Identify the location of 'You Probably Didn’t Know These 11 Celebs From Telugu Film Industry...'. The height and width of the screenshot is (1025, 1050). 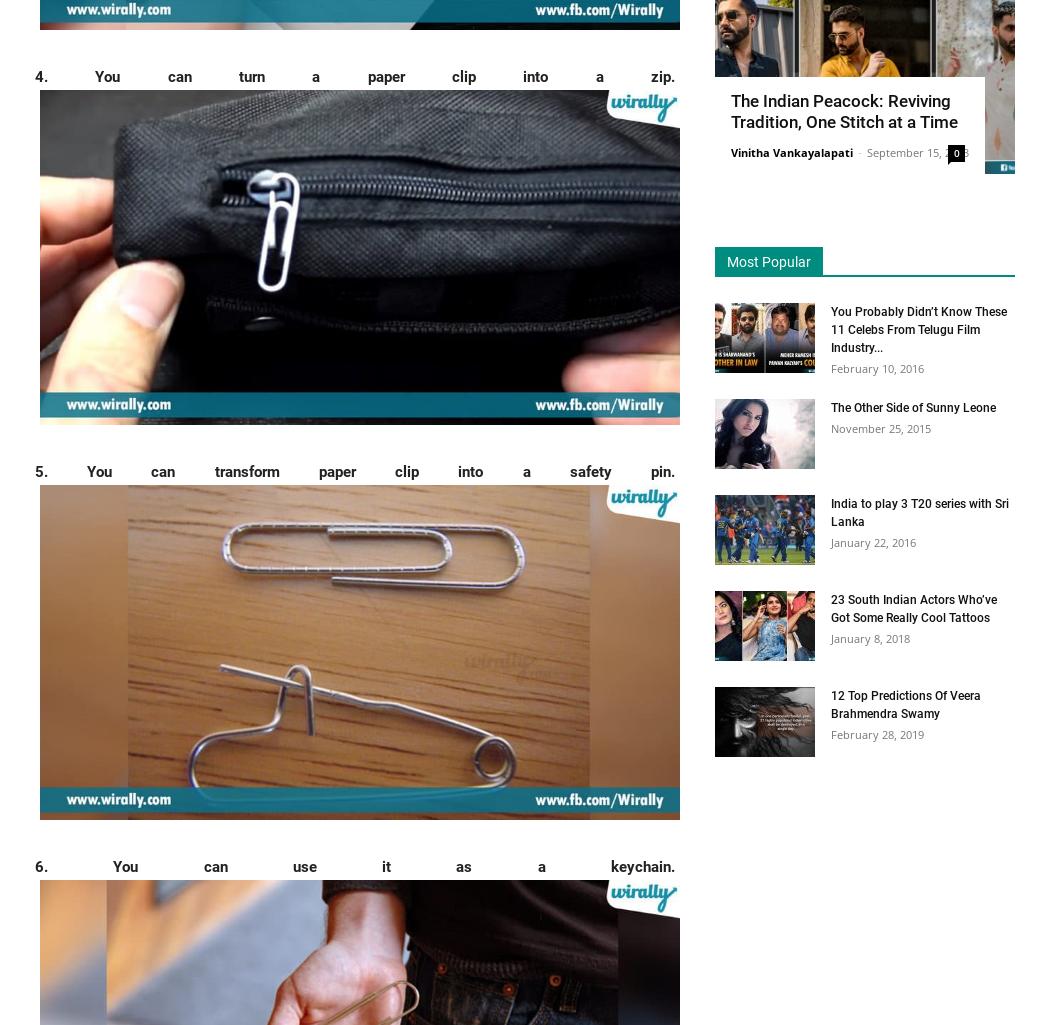
(918, 328).